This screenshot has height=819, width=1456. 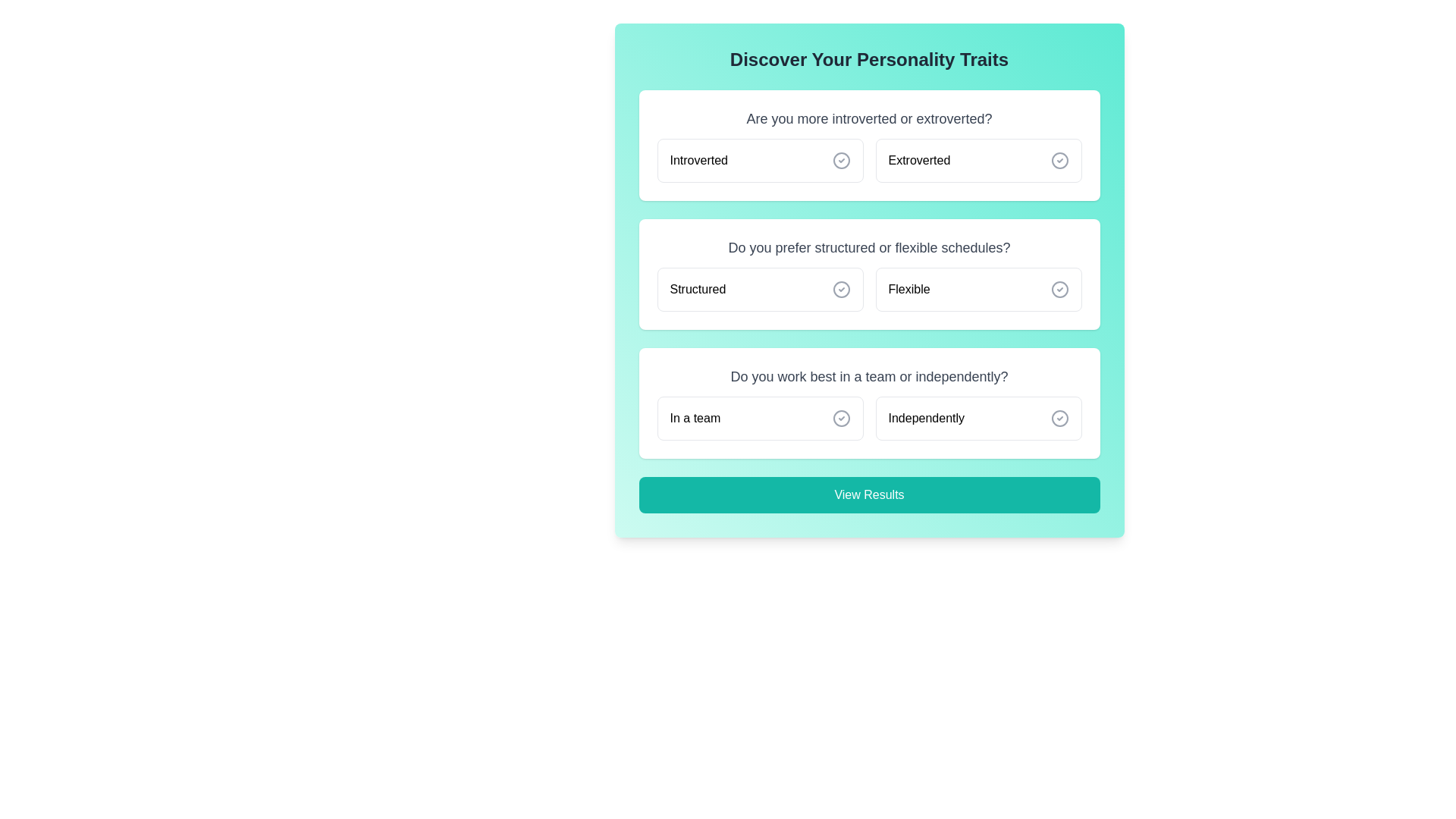 What do you see at coordinates (869, 118) in the screenshot?
I see `text label/heading that serves as a title for the question regarding introversion or extroversion, located at the top of the first question block` at bounding box center [869, 118].